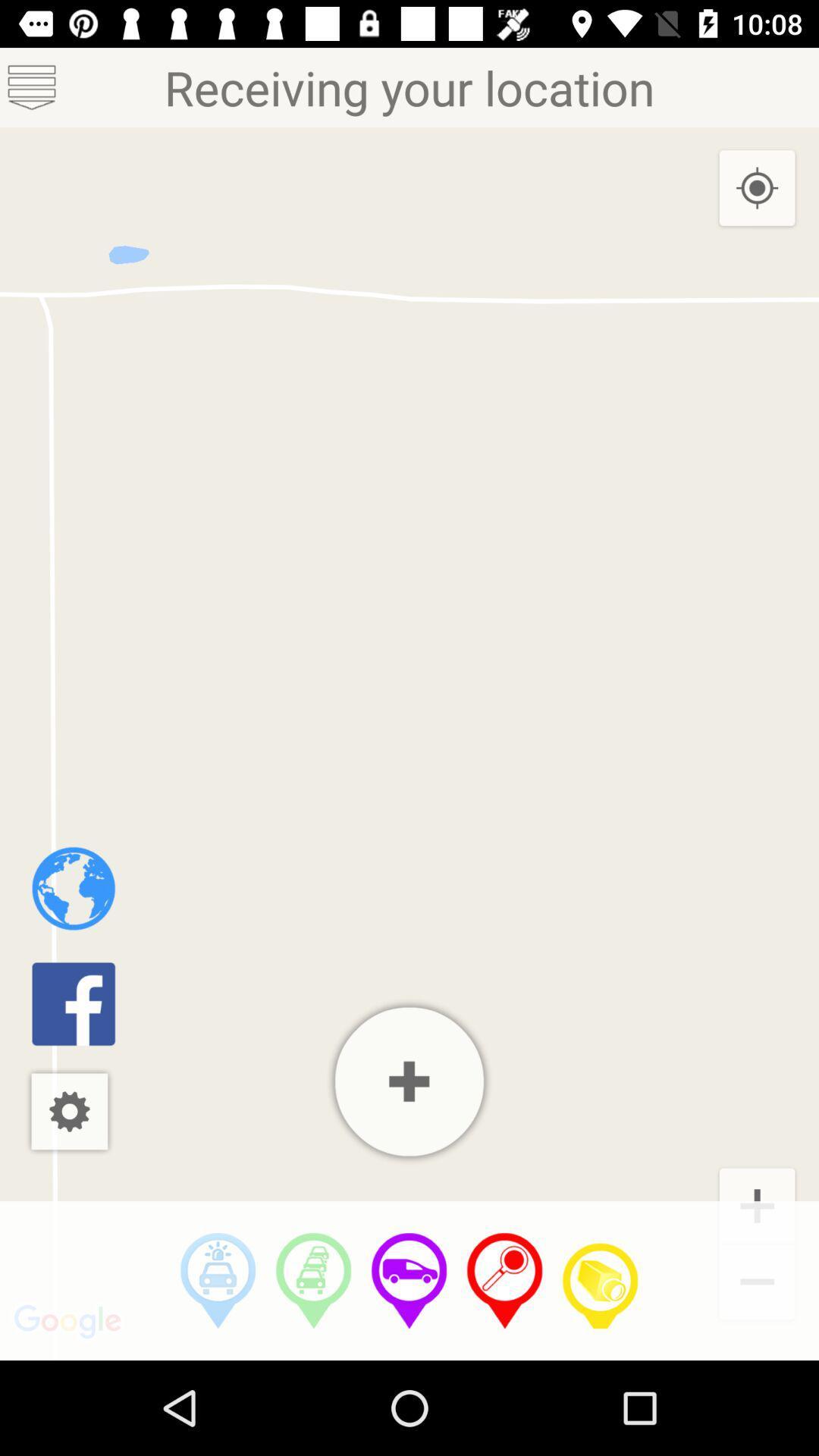 This screenshot has height=1456, width=819. What do you see at coordinates (69, 1111) in the screenshot?
I see `the settings icon` at bounding box center [69, 1111].